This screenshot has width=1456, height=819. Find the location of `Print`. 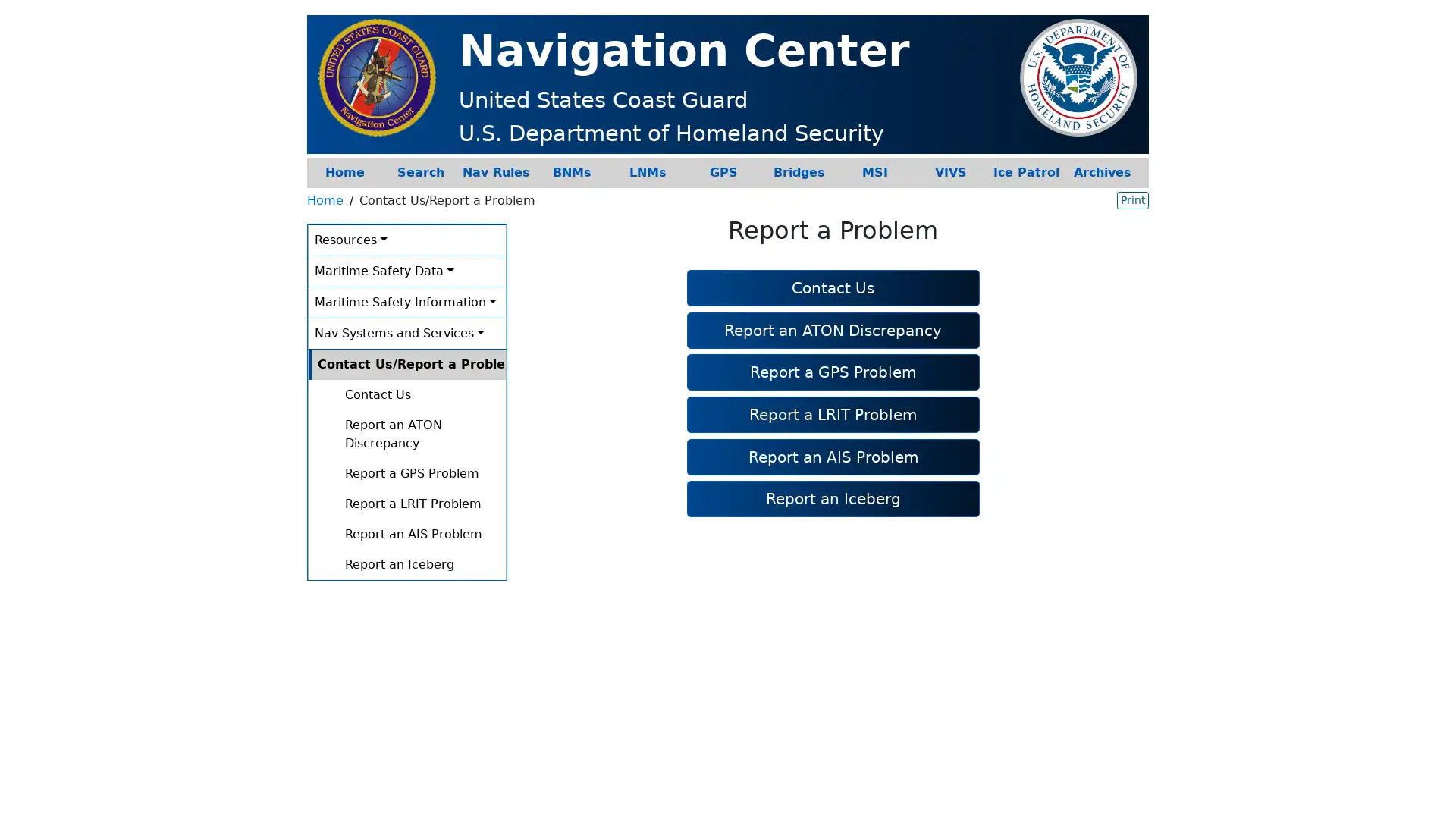

Print is located at coordinates (1132, 199).